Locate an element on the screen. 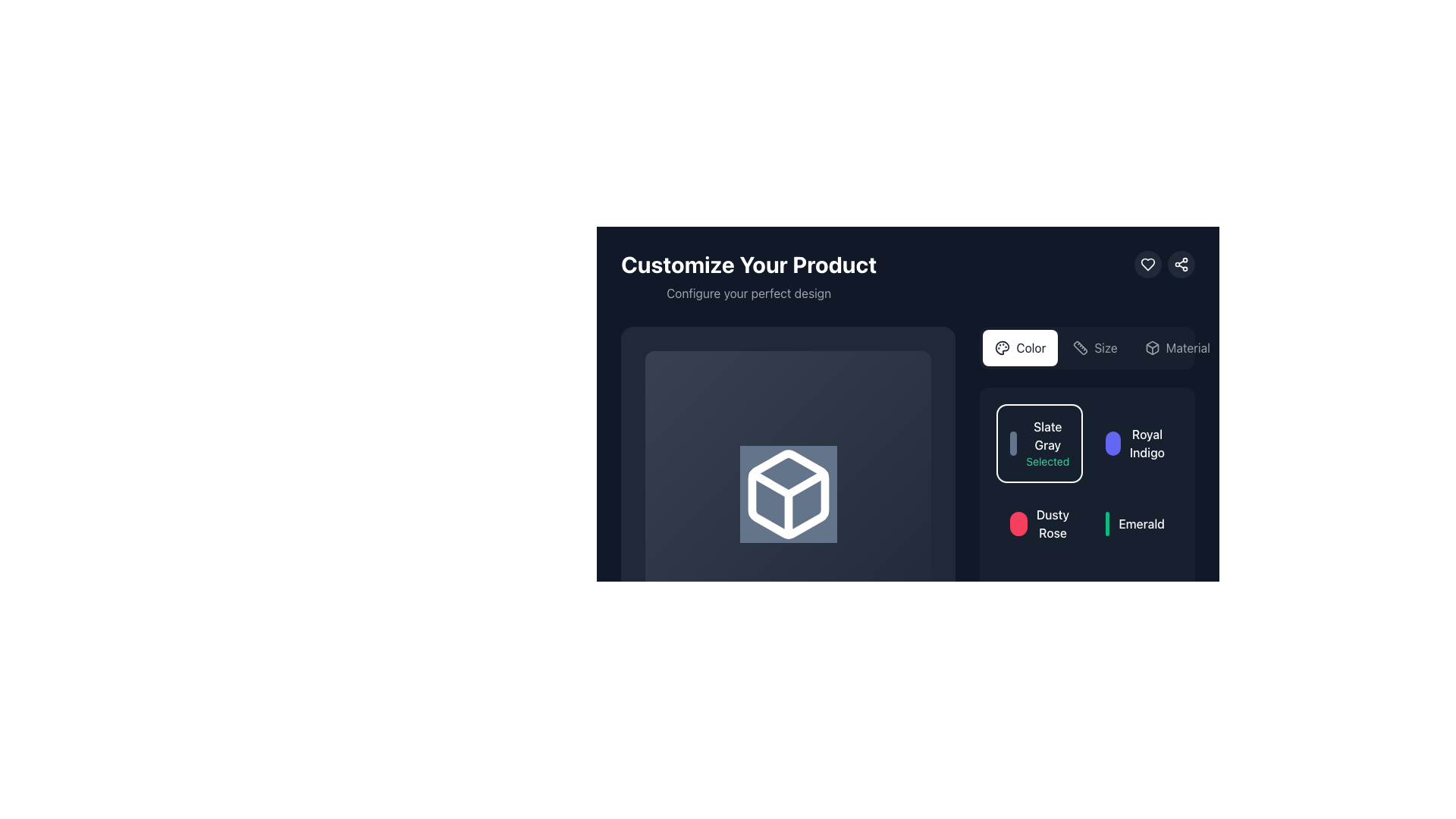 The height and width of the screenshot is (819, 1456). the 'Size' button, which is labeled with the text 'Size' and has an icon resembling a ruler is located at coordinates (1095, 348).